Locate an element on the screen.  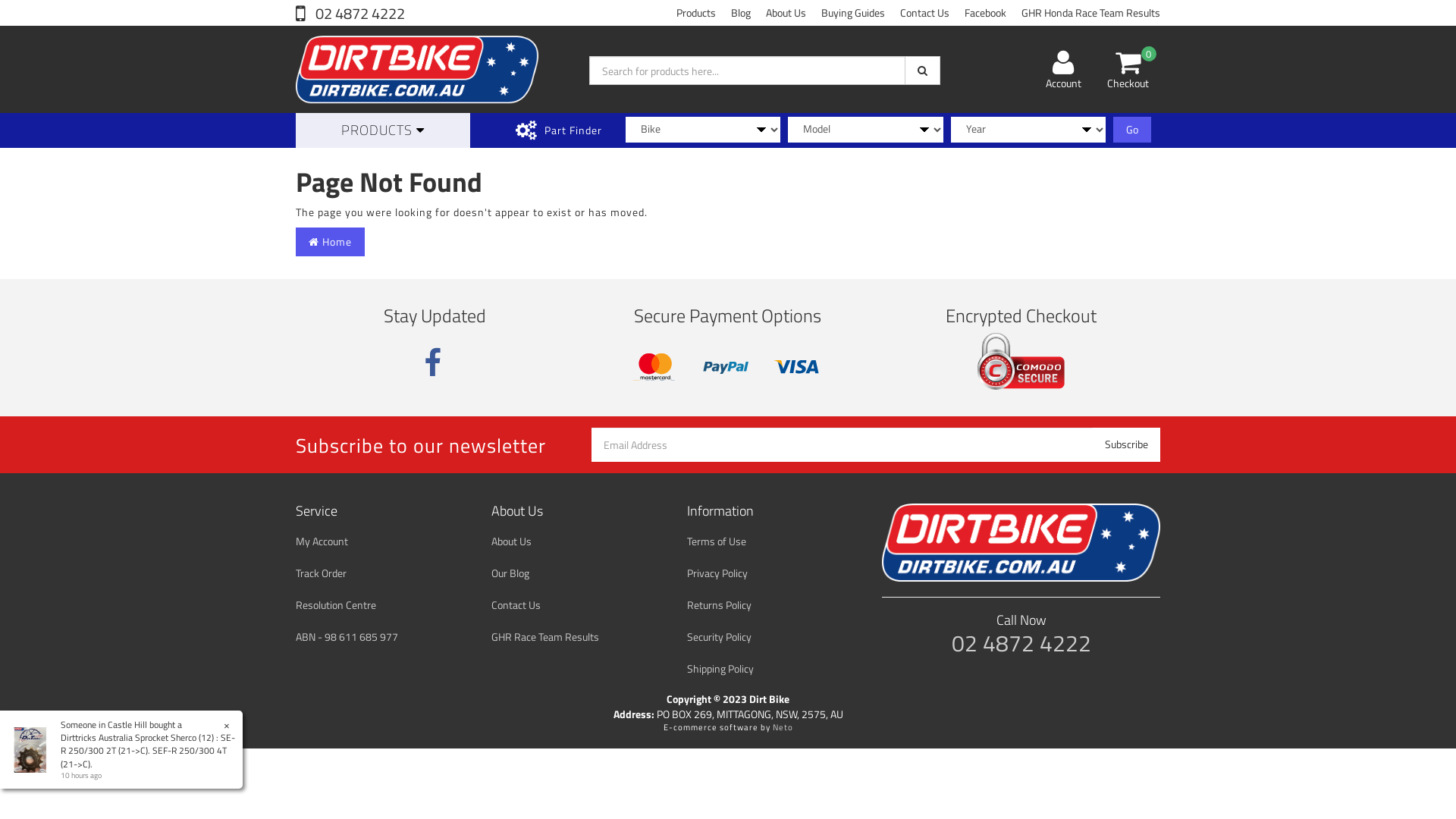
'Buying Guides' is located at coordinates (821, 12).